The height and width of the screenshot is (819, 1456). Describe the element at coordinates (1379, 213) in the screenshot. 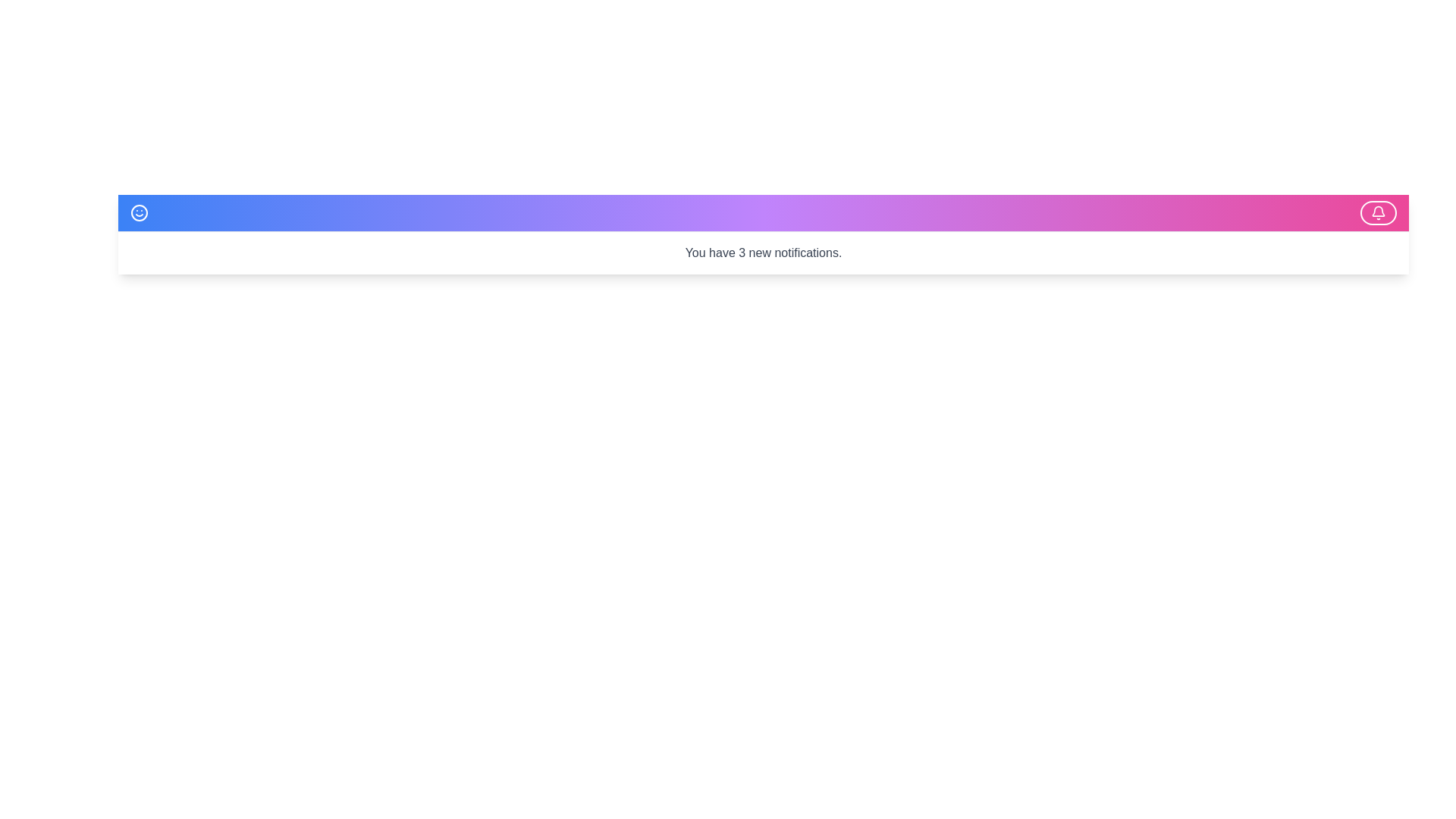

I see `the bell icon located inside the button in the top-right corner of the interface` at that location.